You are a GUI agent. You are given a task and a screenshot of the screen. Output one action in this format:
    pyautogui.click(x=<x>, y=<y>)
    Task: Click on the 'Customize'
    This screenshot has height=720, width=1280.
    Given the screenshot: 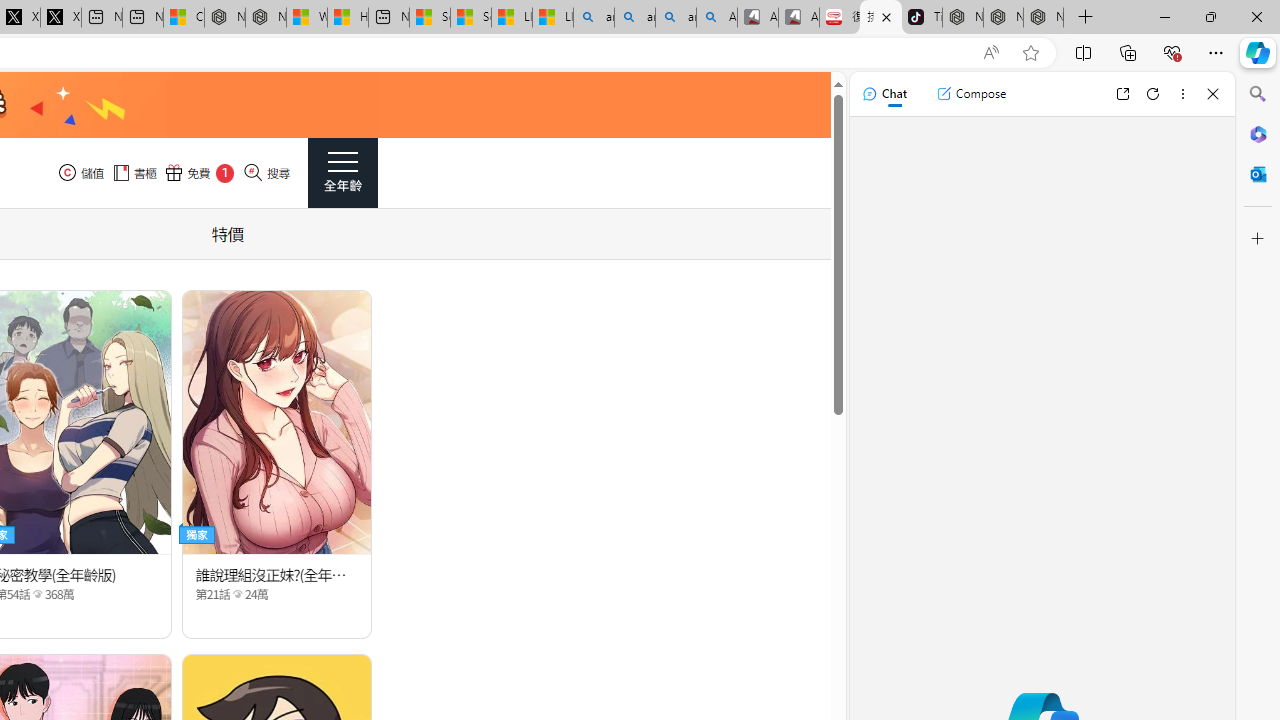 What is the action you would take?
    pyautogui.click(x=1257, y=238)
    